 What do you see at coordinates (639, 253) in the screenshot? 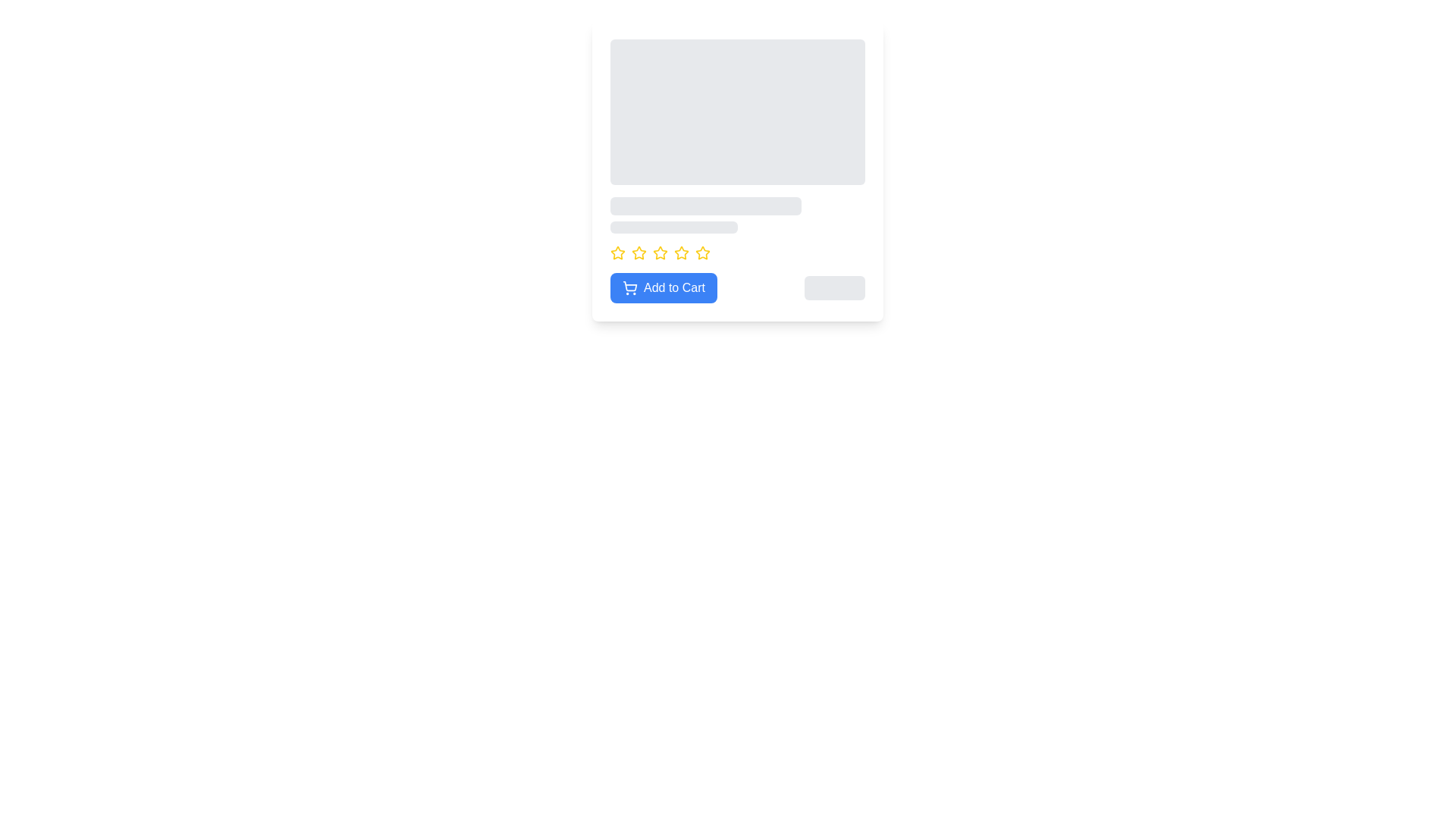
I see `the third star icon from the left` at bounding box center [639, 253].